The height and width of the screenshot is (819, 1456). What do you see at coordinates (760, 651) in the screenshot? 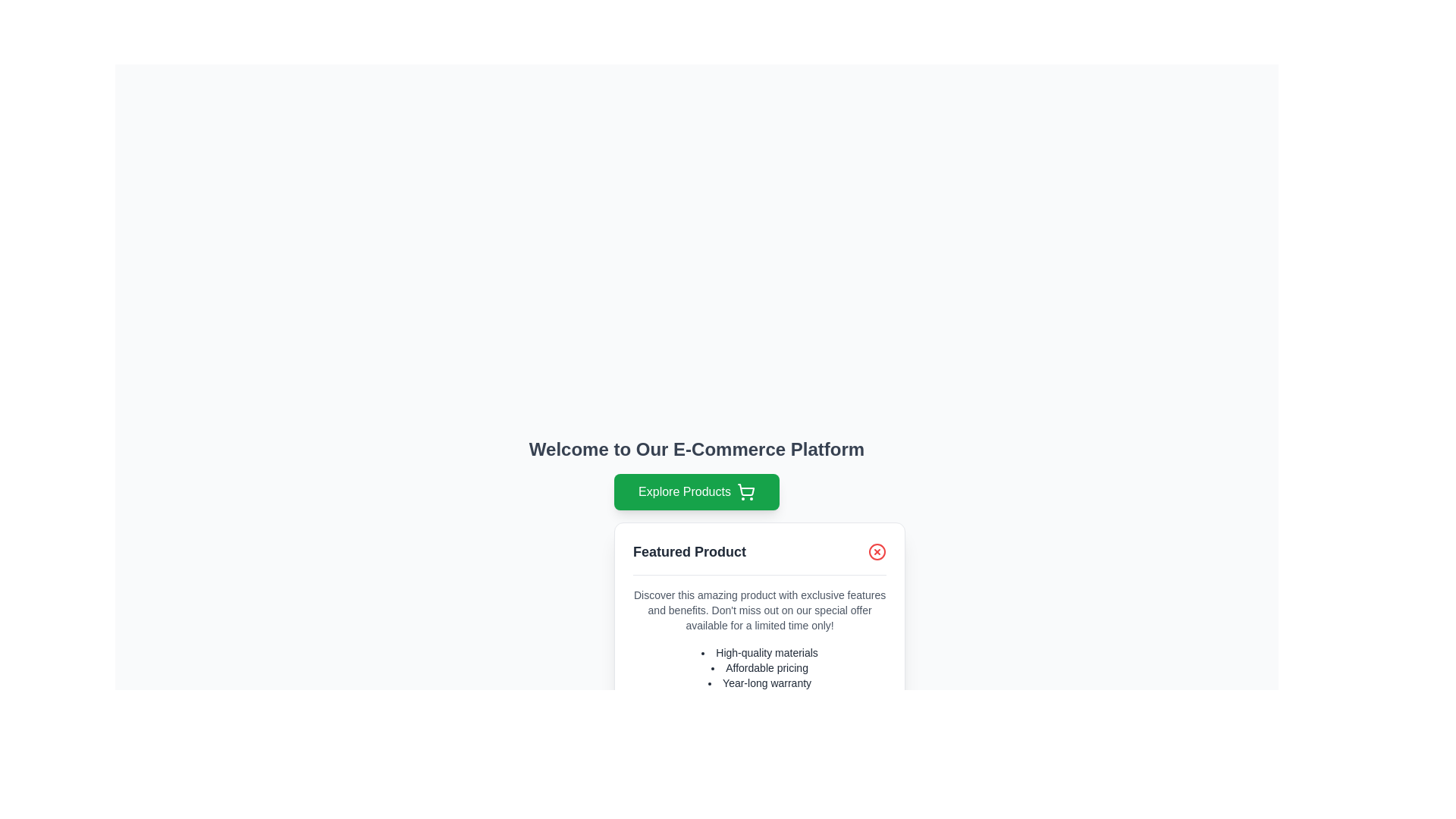
I see `text 'High-quality materials' which is the first item in the bulleted list under the section titled 'Featured Product.'` at bounding box center [760, 651].